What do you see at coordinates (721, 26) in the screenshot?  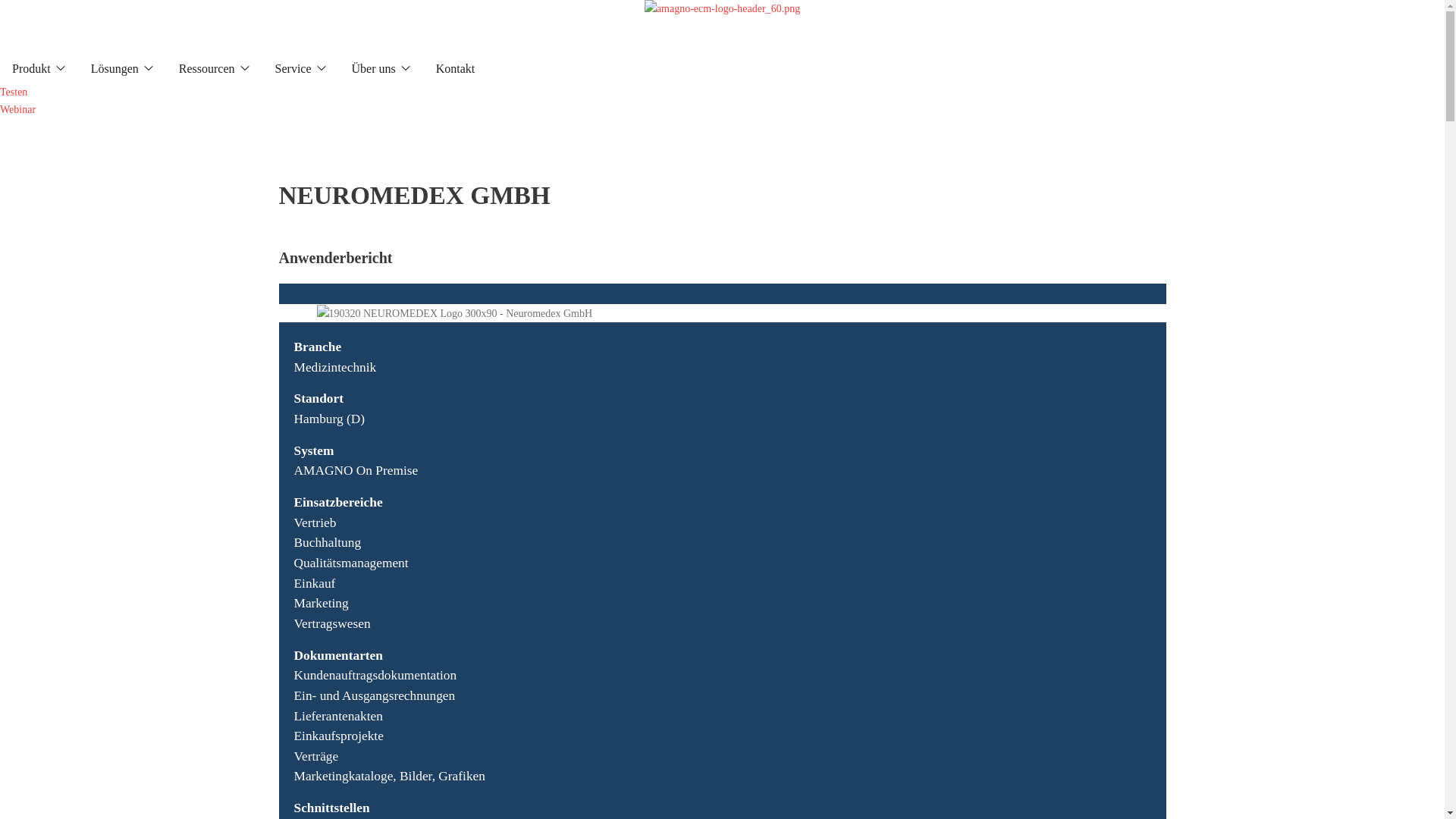 I see `'amagno-ecm-logo-header_60.png'` at bounding box center [721, 26].